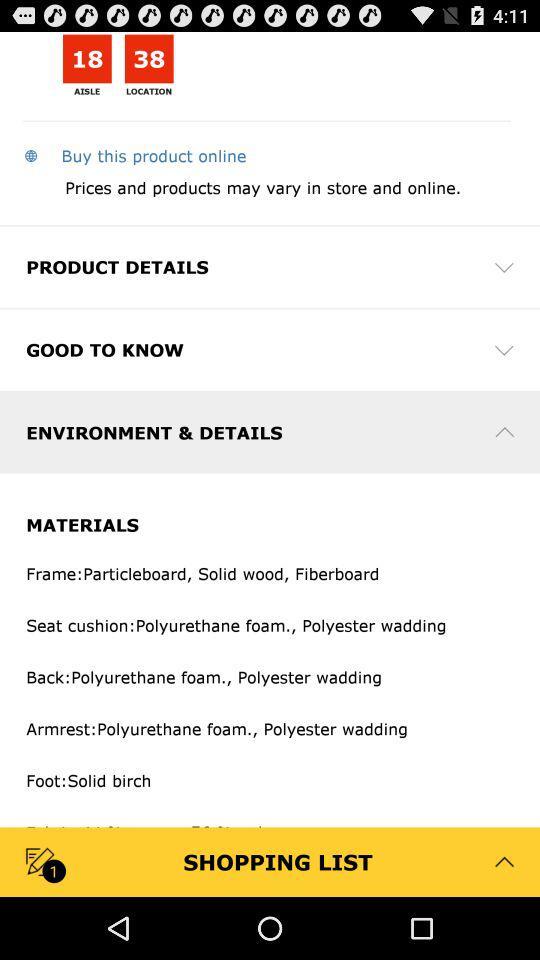 This screenshot has width=540, height=960. I want to click on the app above prices and products app, so click(134, 154).